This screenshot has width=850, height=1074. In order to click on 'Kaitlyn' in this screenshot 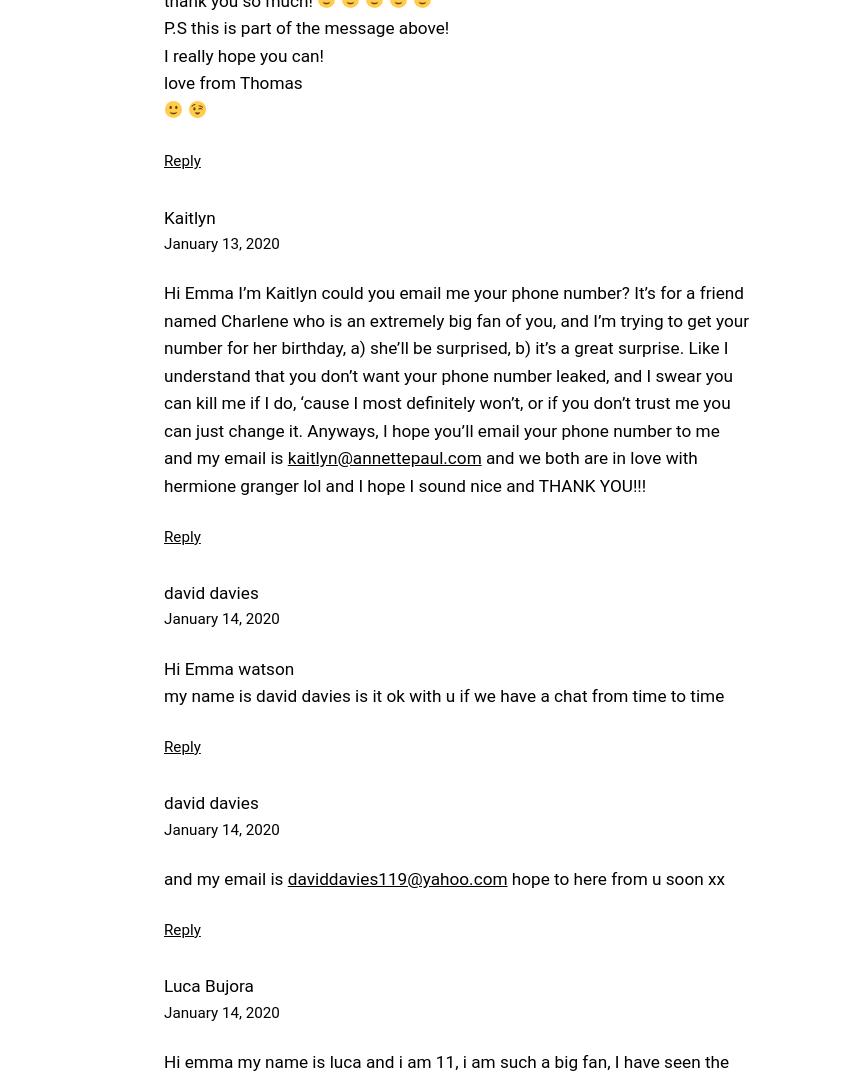, I will do `click(188, 215)`.